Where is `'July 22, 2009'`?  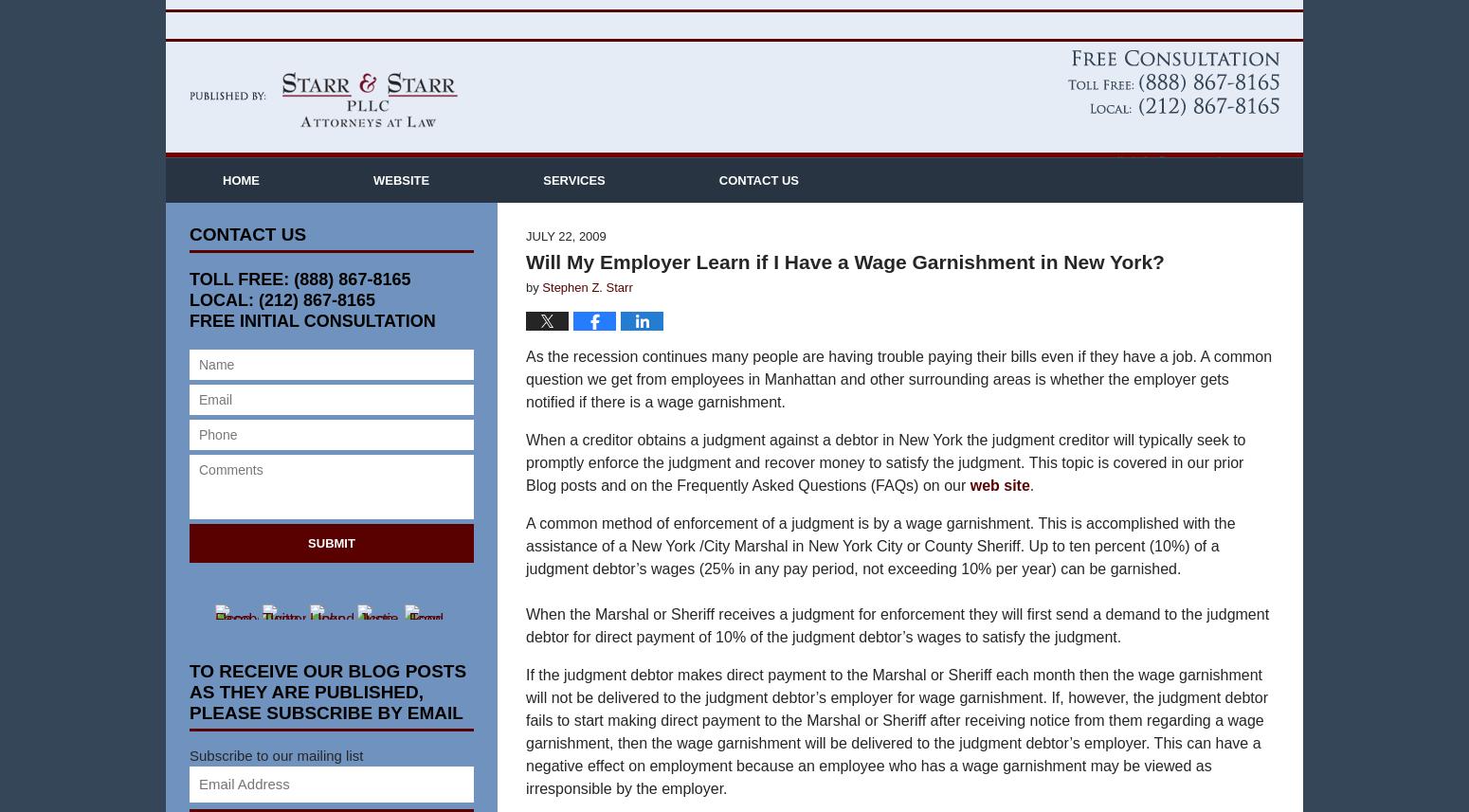
'July 22, 2009' is located at coordinates (566, 264).